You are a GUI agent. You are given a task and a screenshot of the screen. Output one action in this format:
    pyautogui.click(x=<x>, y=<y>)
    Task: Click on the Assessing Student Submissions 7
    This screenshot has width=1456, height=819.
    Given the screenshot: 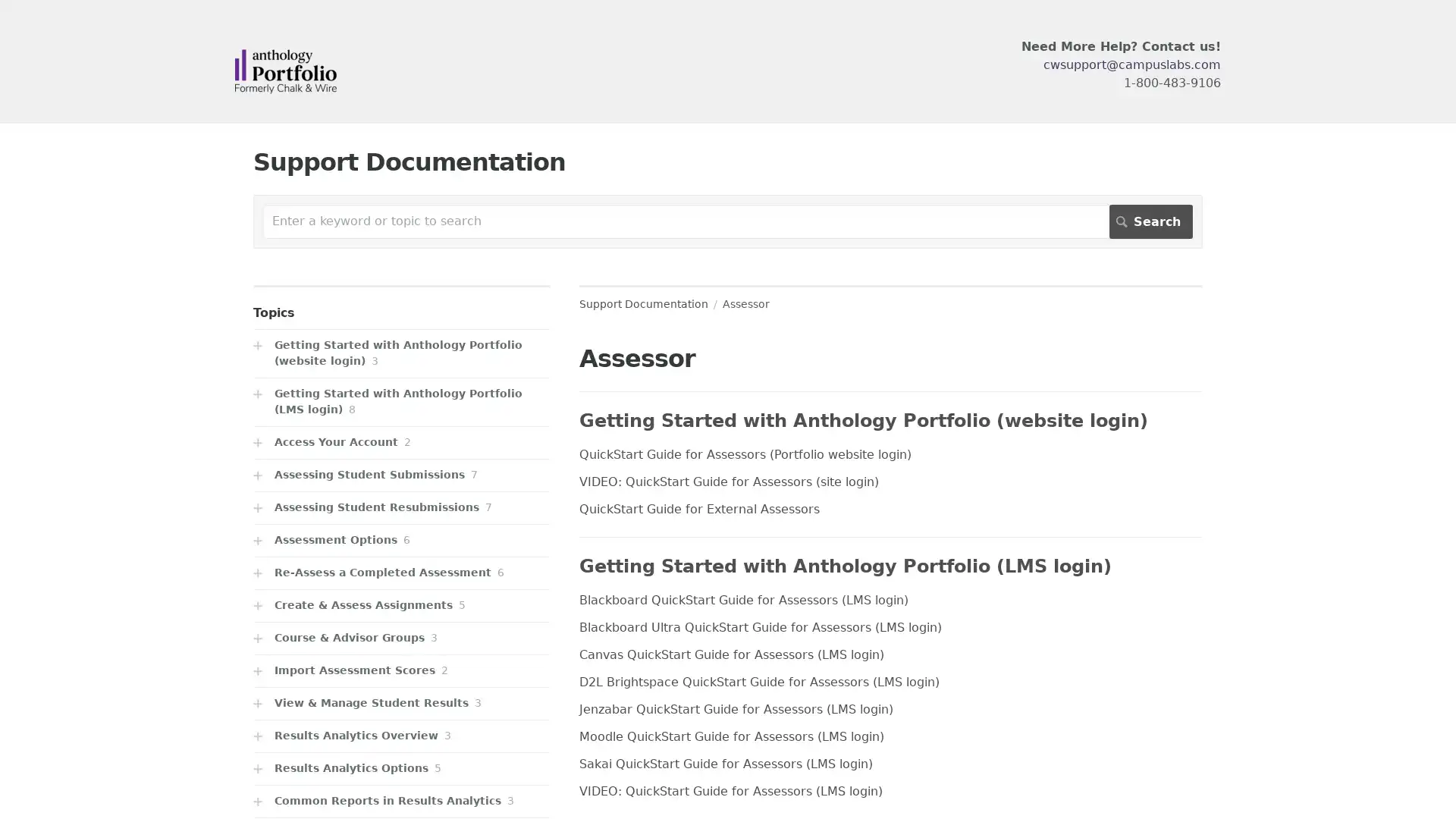 What is the action you would take?
    pyautogui.click(x=401, y=474)
    